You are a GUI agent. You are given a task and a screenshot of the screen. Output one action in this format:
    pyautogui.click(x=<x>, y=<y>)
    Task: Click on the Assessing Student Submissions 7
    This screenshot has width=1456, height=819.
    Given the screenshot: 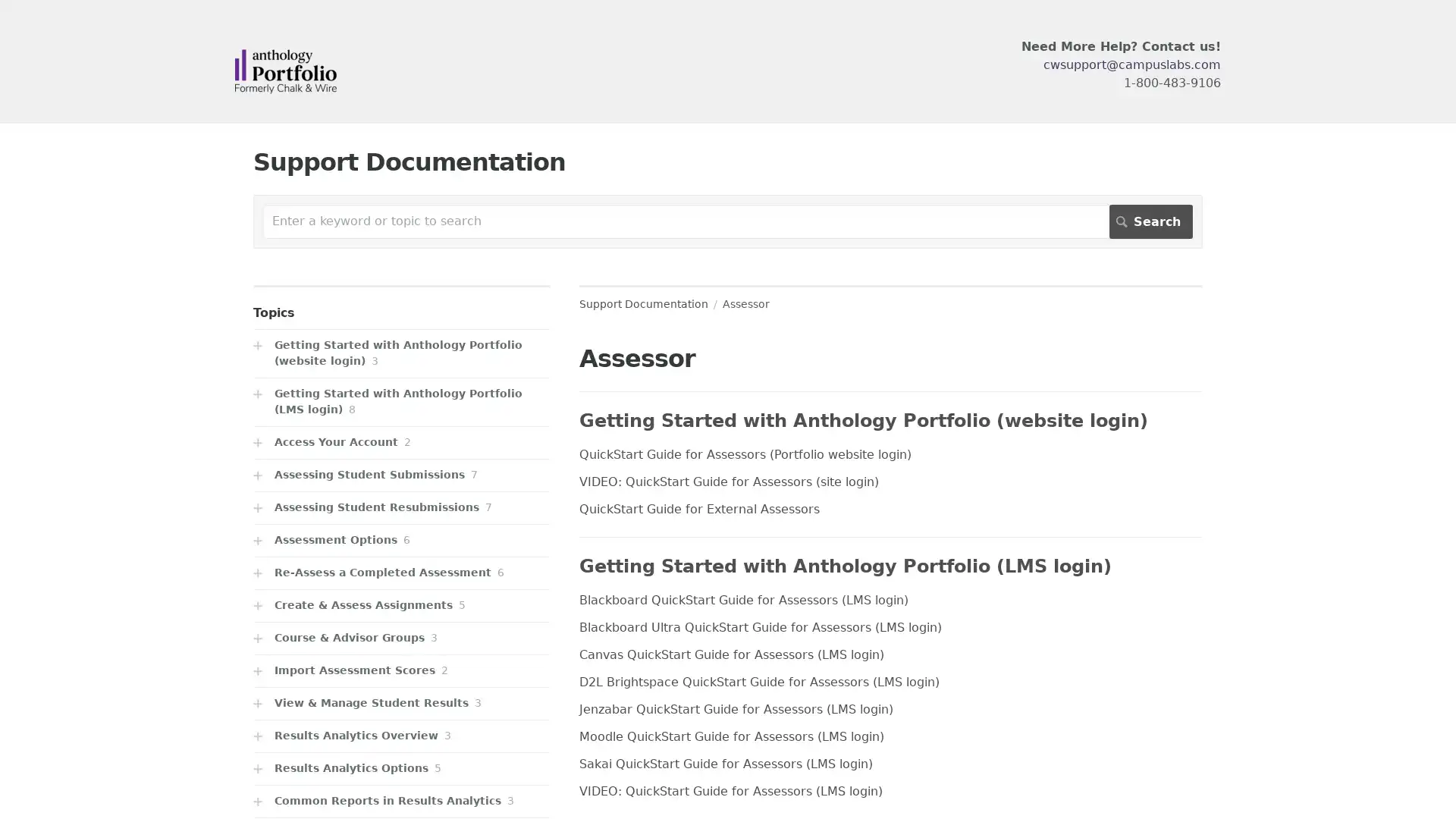 What is the action you would take?
    pyautogui.click(x=401, y=474)
    